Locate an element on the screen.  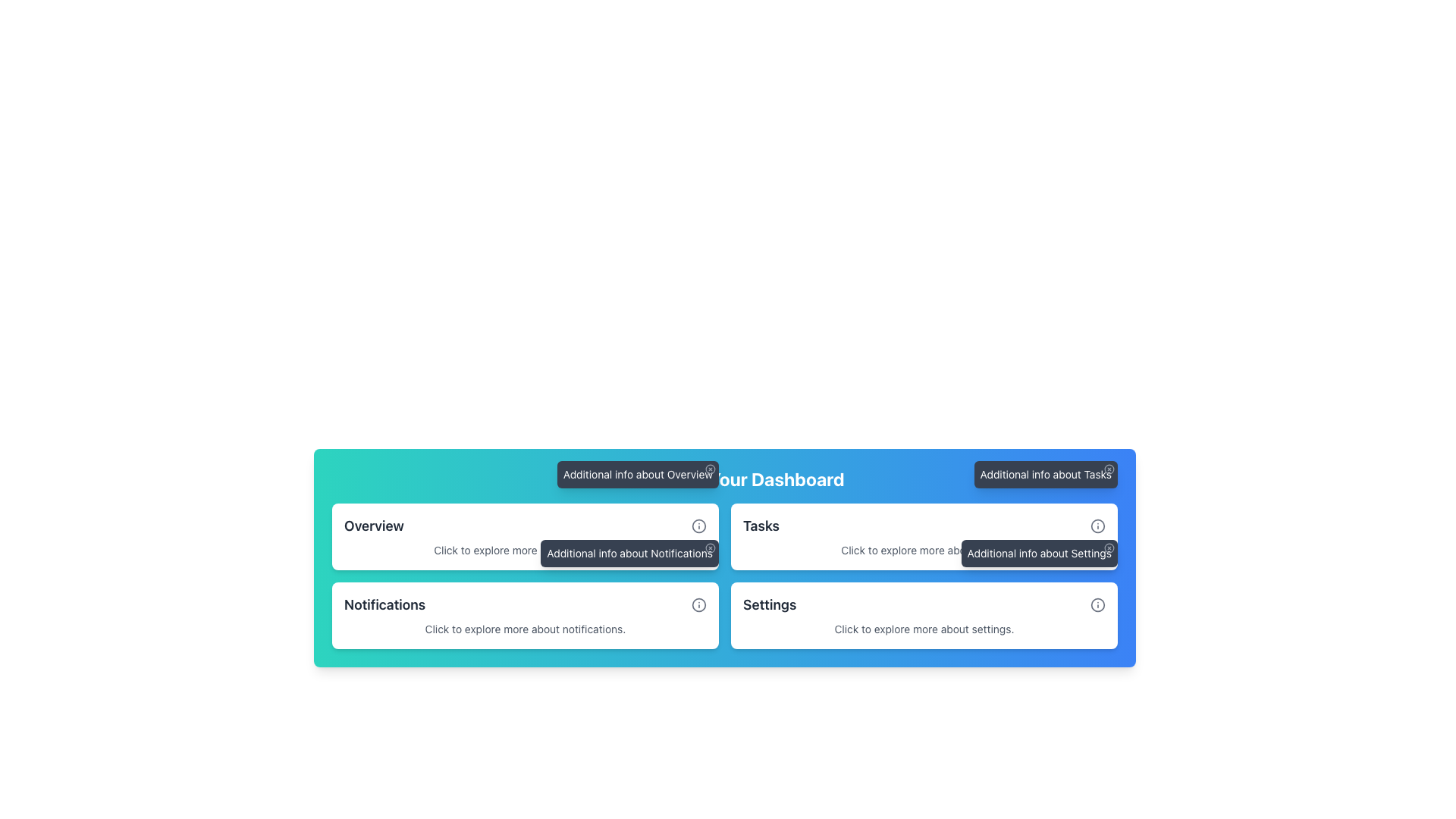
the text label displaying 'Click is located at coordinates (924, 550).